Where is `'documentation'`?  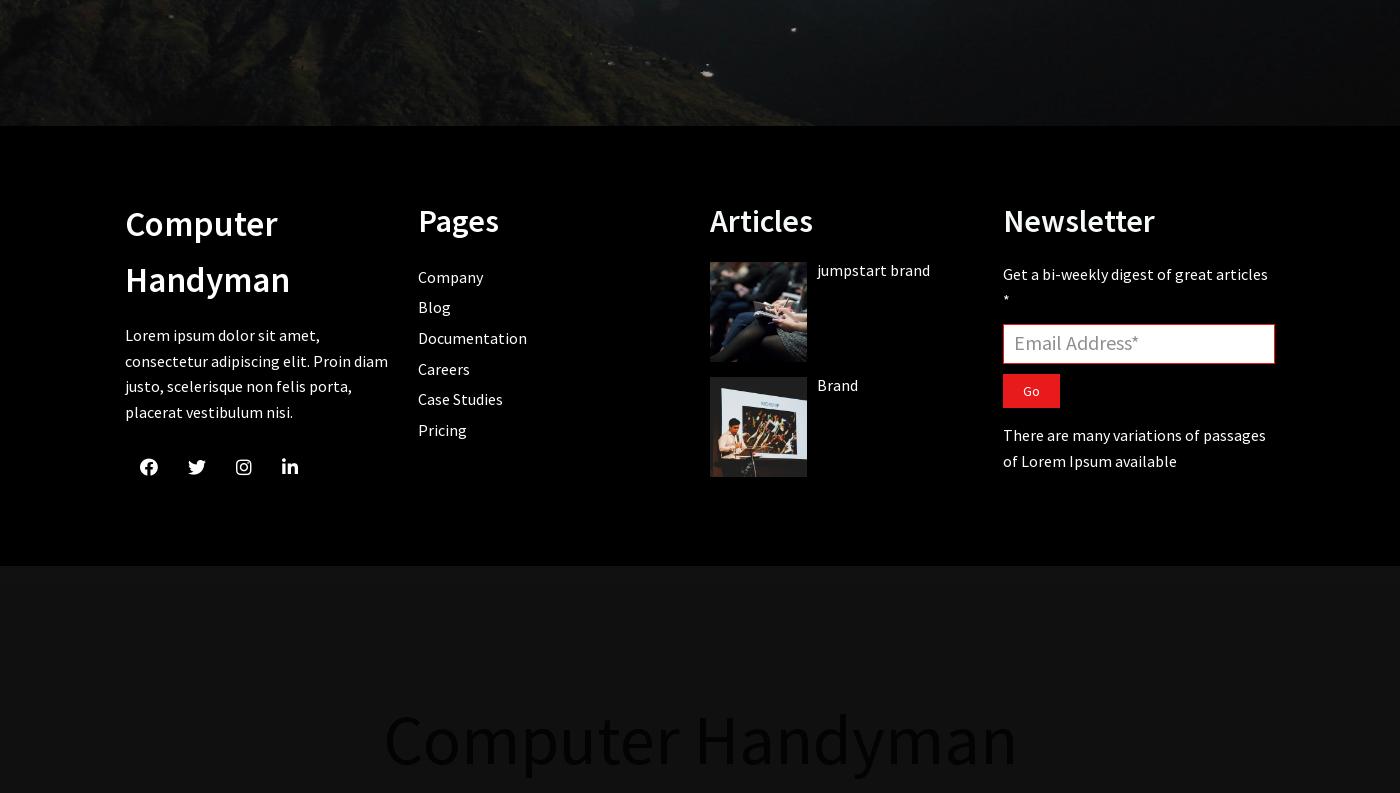 'documentation' is located at coordinates (417, 337).